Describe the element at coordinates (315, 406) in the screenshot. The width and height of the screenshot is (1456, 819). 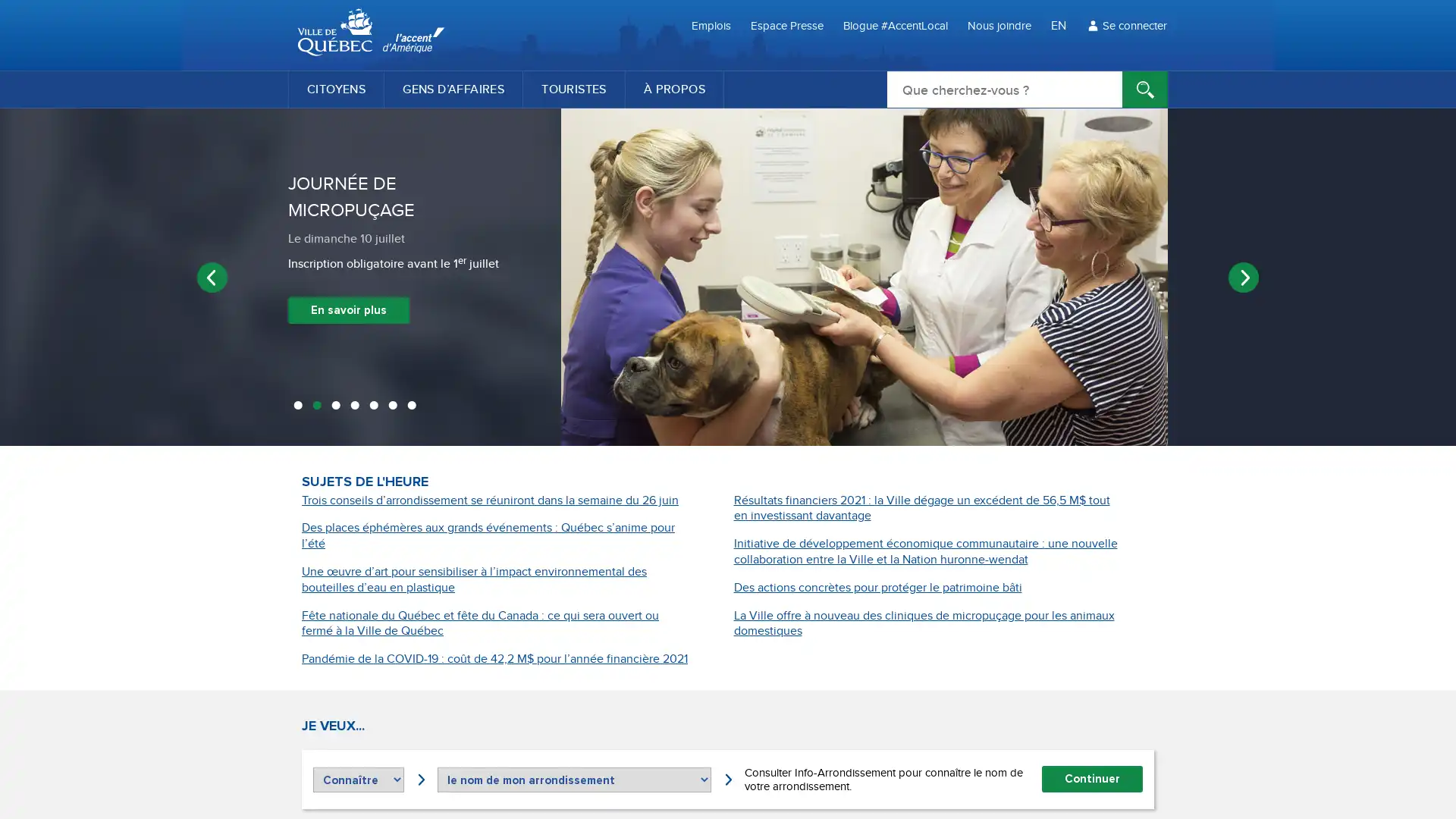
I see `Diapositive numero 2` at that location.